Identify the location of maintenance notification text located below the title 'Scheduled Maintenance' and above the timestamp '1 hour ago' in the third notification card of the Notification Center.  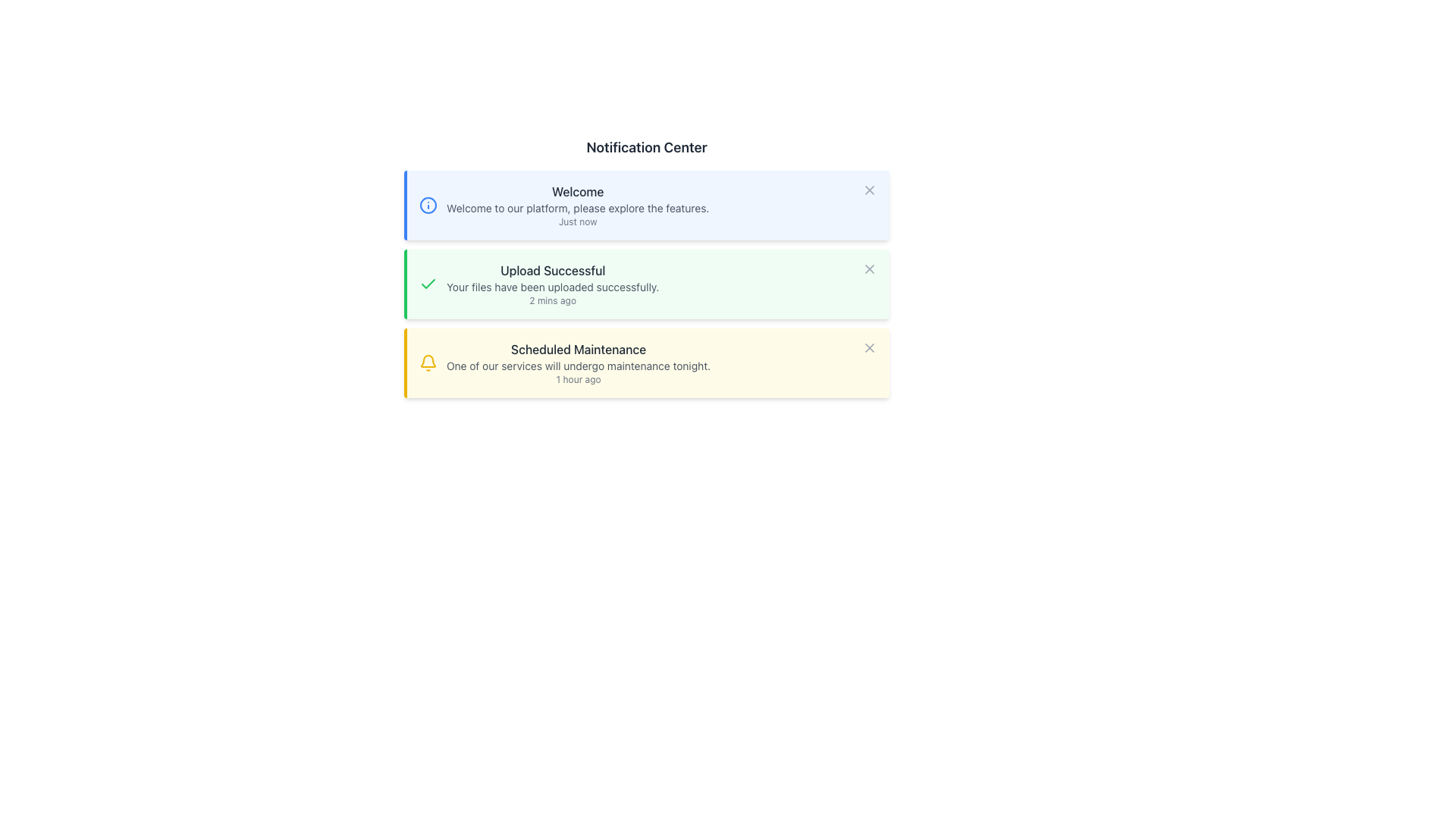
(578, 366).